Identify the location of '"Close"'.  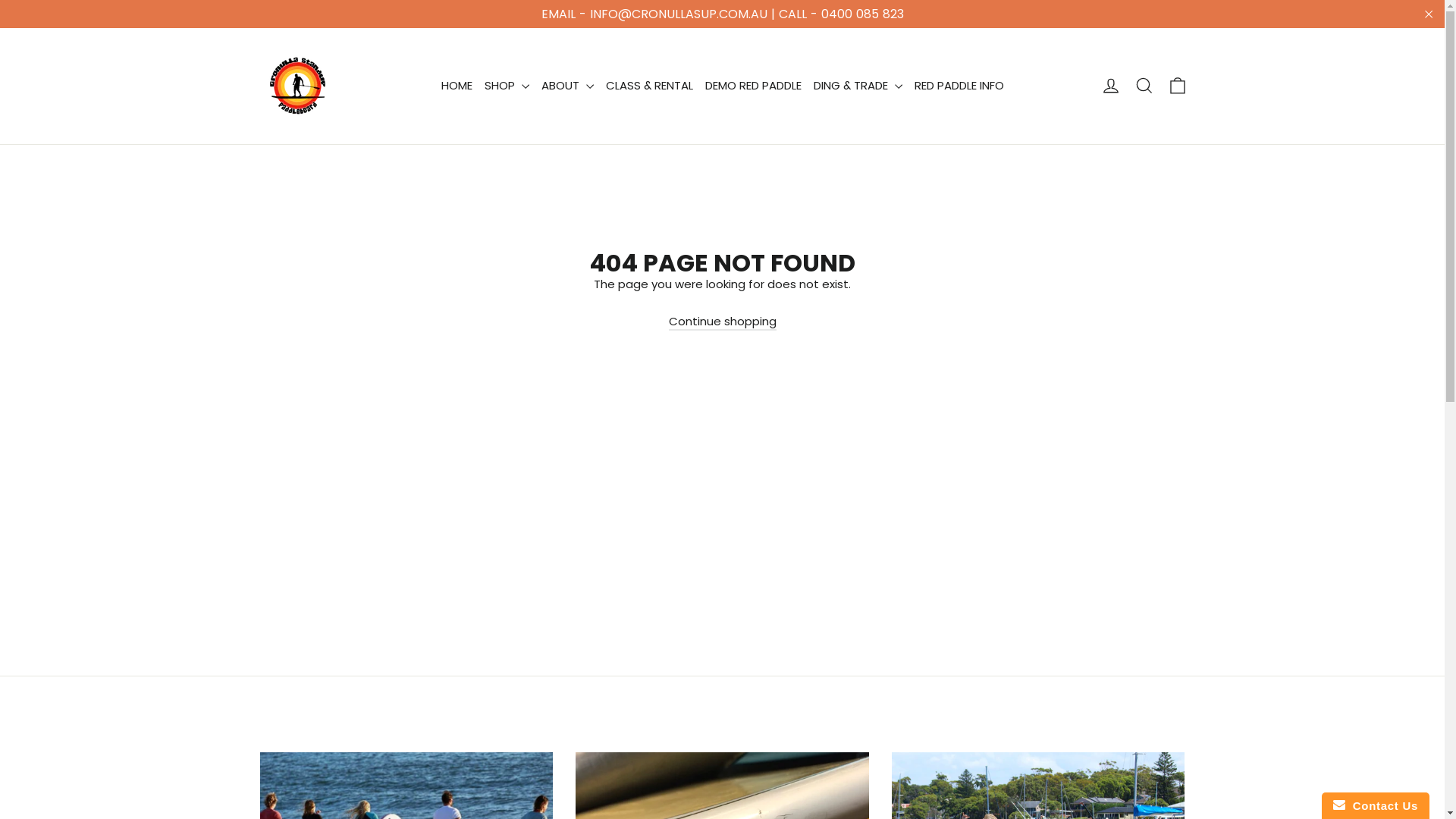
(1427, 14).